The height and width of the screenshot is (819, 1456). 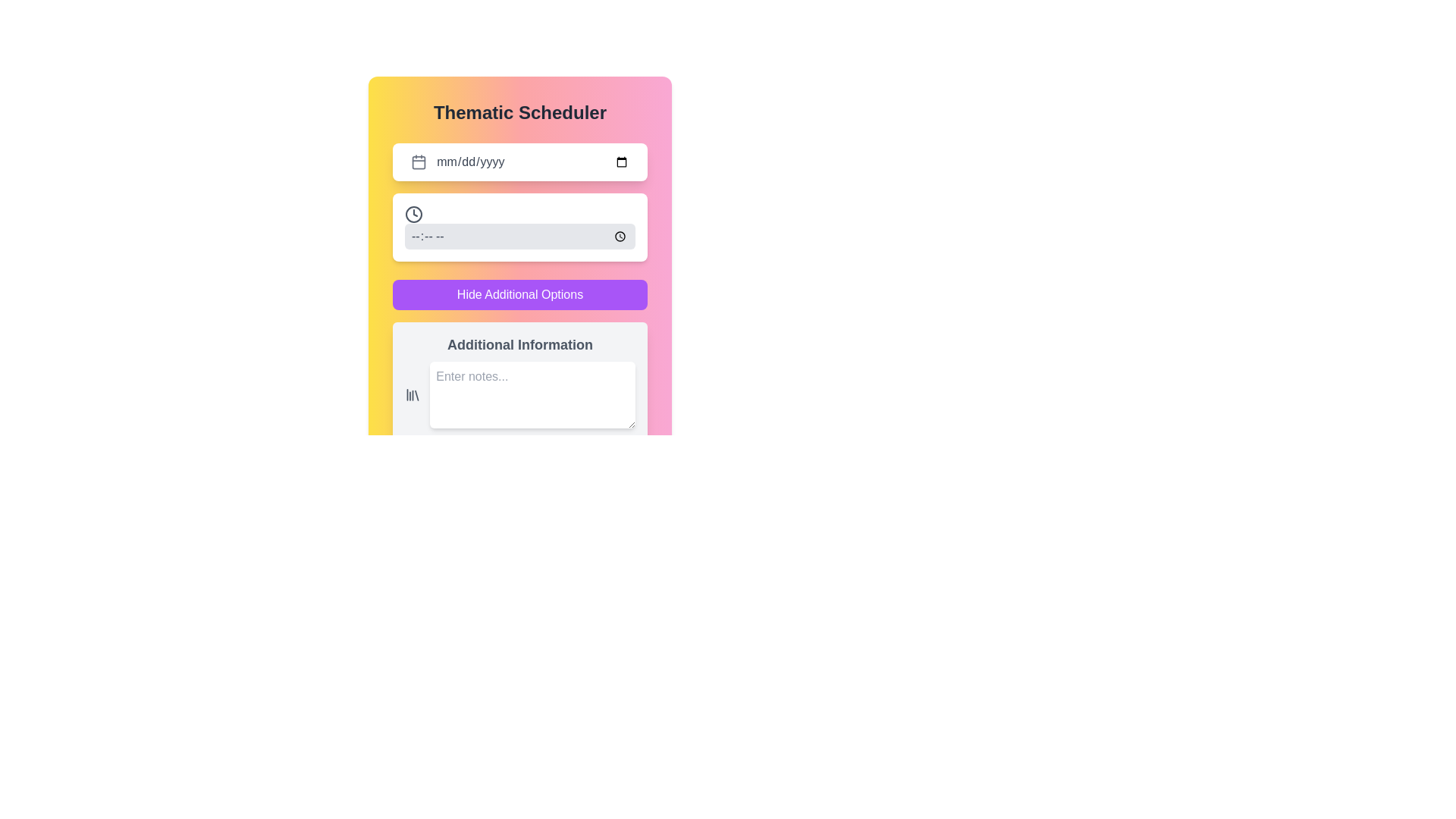 I want to click on the input field related to the calendar icon, so click(x=419, y=162).